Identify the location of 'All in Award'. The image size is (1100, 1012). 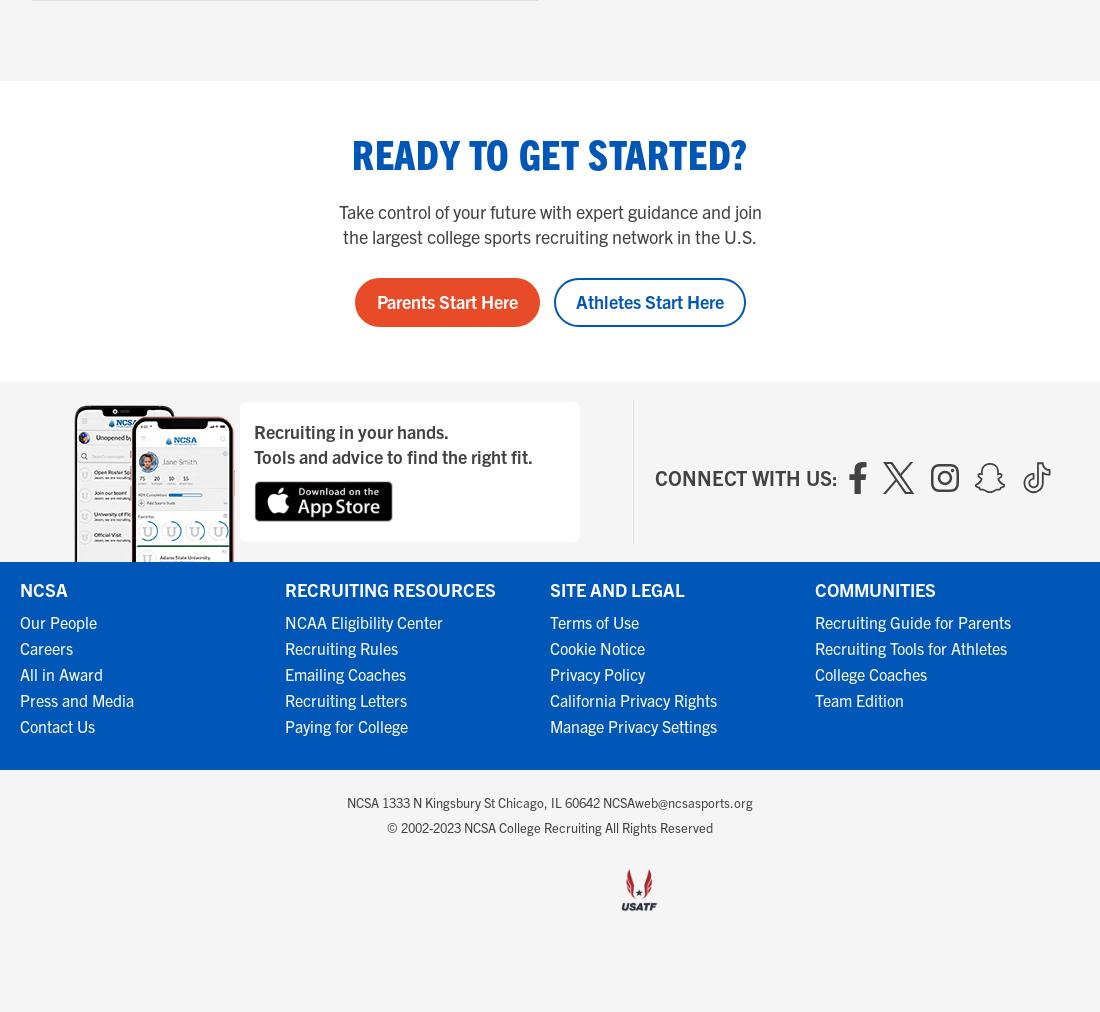
(19, 673).